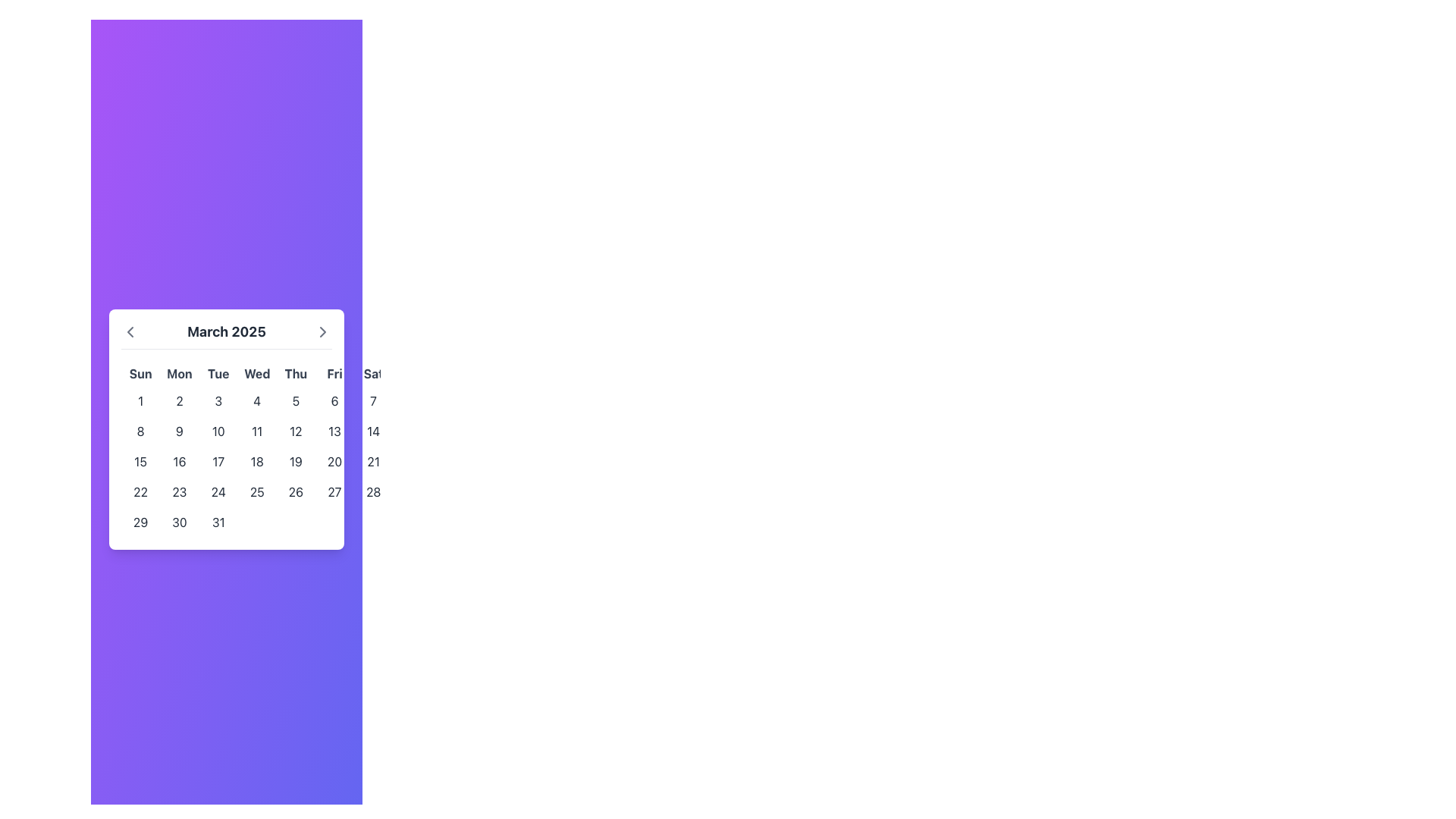  What do you see at coordinates (296, 431) in the screenshot?
I see `the button displaying the numeral '12', which is a non-interactive visual representation in a row of numbers between '8' and '14'` at bounding box center [296, 431].